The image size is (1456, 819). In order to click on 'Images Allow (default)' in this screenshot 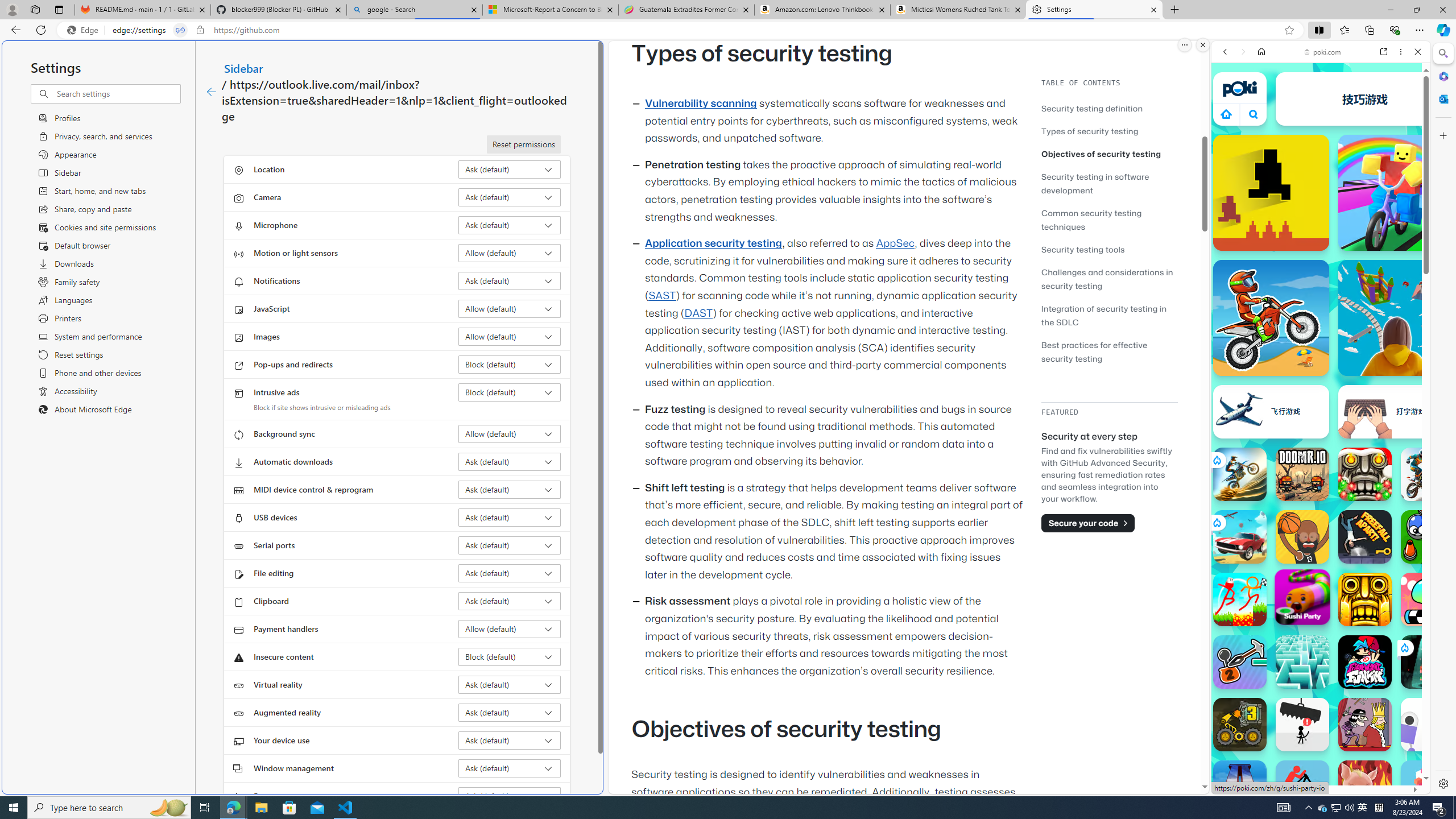, I will do `click(510, 336)`.